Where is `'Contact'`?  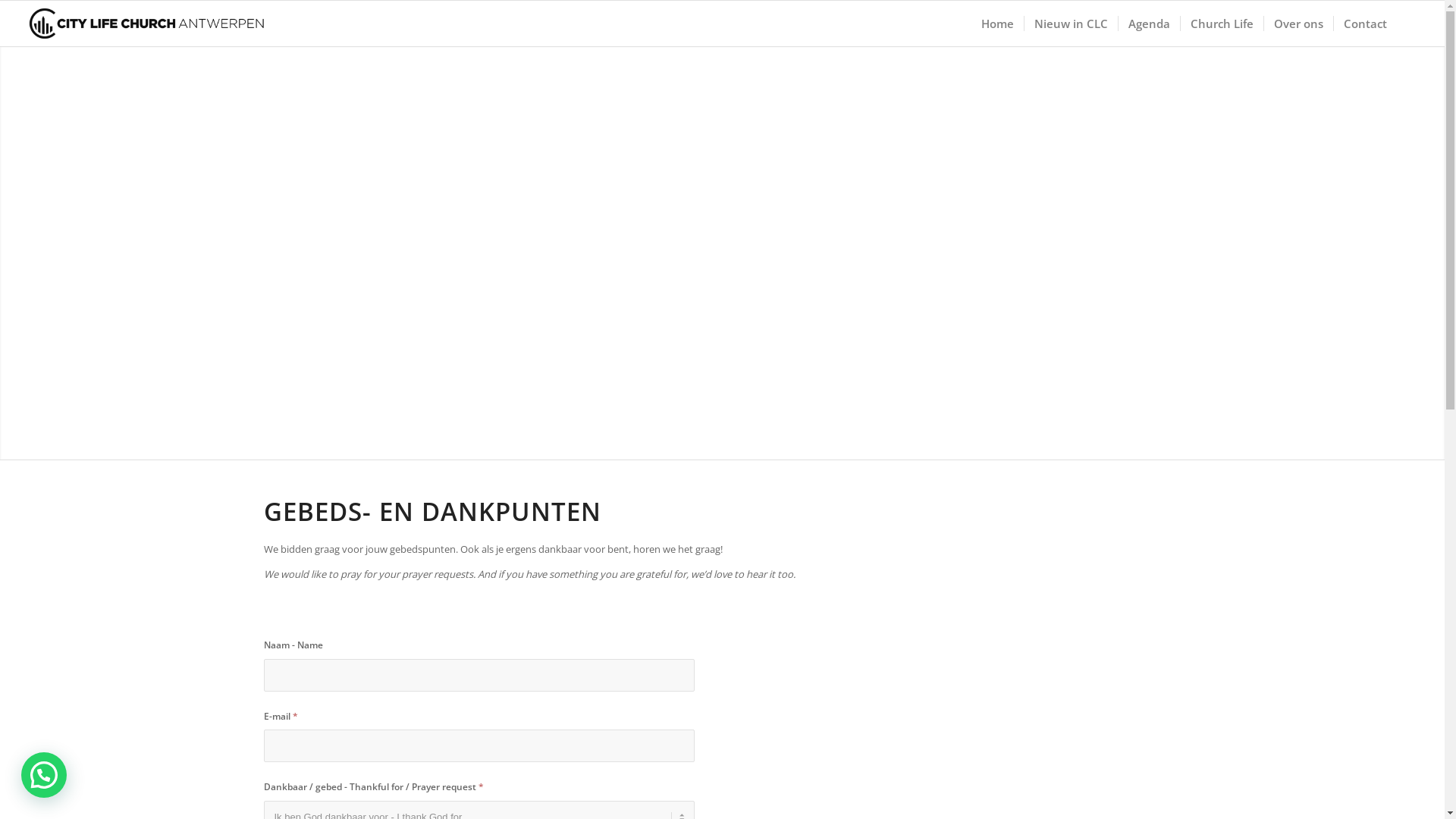 'Contact' is located at coordinates (1365, 23).